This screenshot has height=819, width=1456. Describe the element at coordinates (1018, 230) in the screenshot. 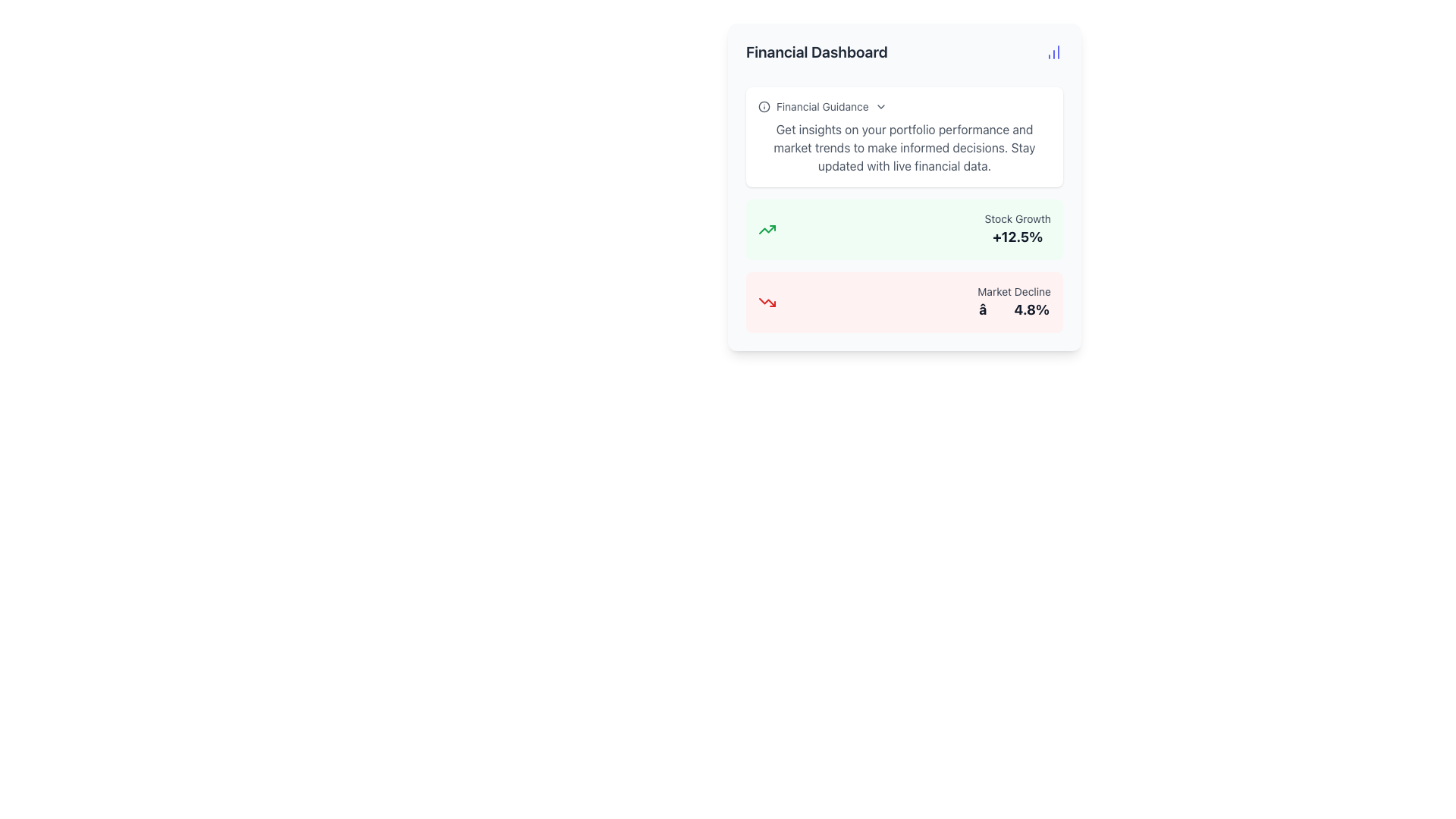

I see `the 'Stock Growth' text display, which shows the performance value '+12.5%' in the upper section of the green-highlighted card area` at that location.